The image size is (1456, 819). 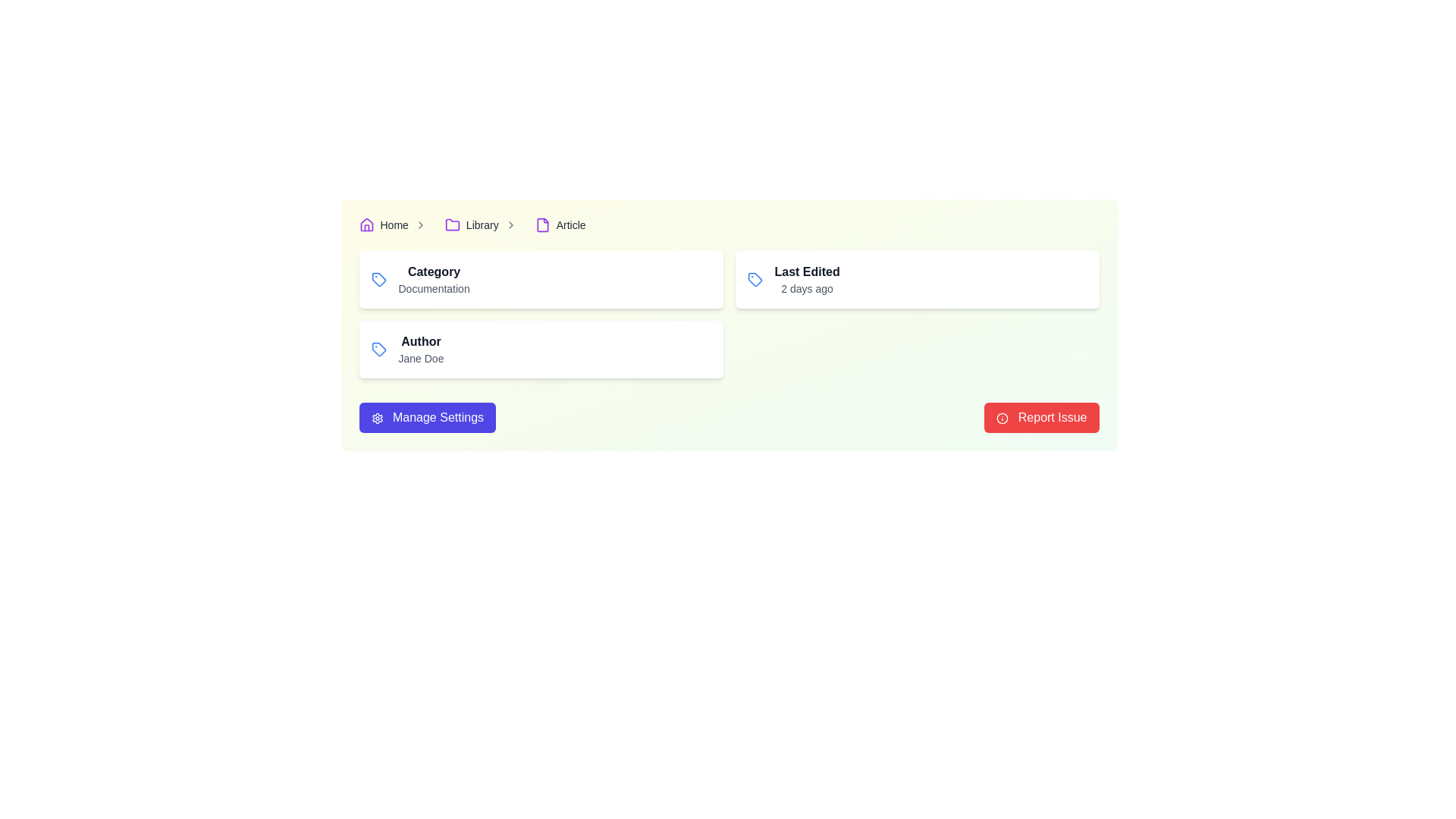 I want to click on the blue tag icon located to the left of the 'Author' text indicating 'Jane Doe' within the card titled 'Author', so click(x=378, y=350).